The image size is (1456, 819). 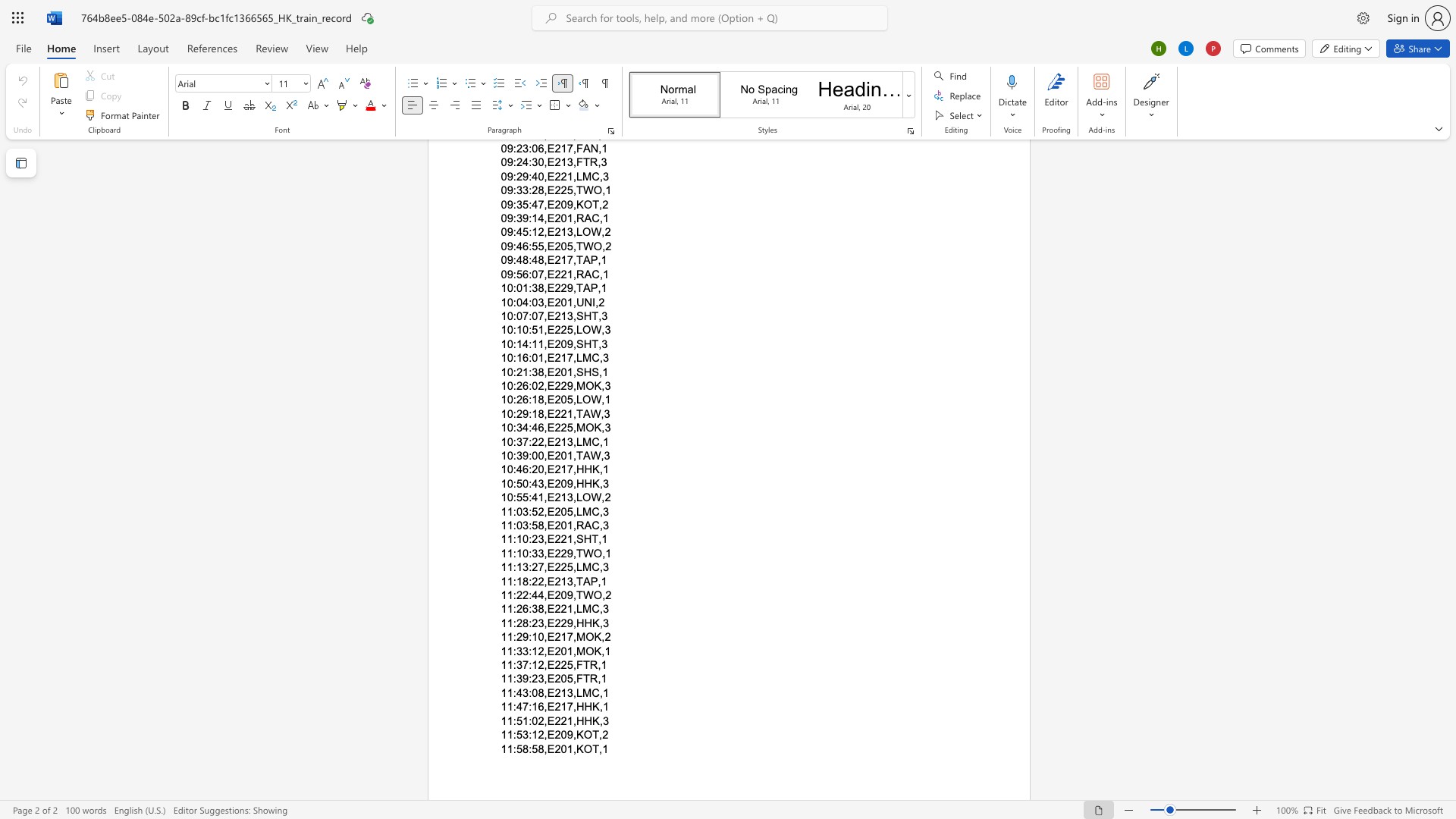 I want to click on the subset text "E217," within the text "11:47:16,E217,HHK,1", so click(x=546, y=707).